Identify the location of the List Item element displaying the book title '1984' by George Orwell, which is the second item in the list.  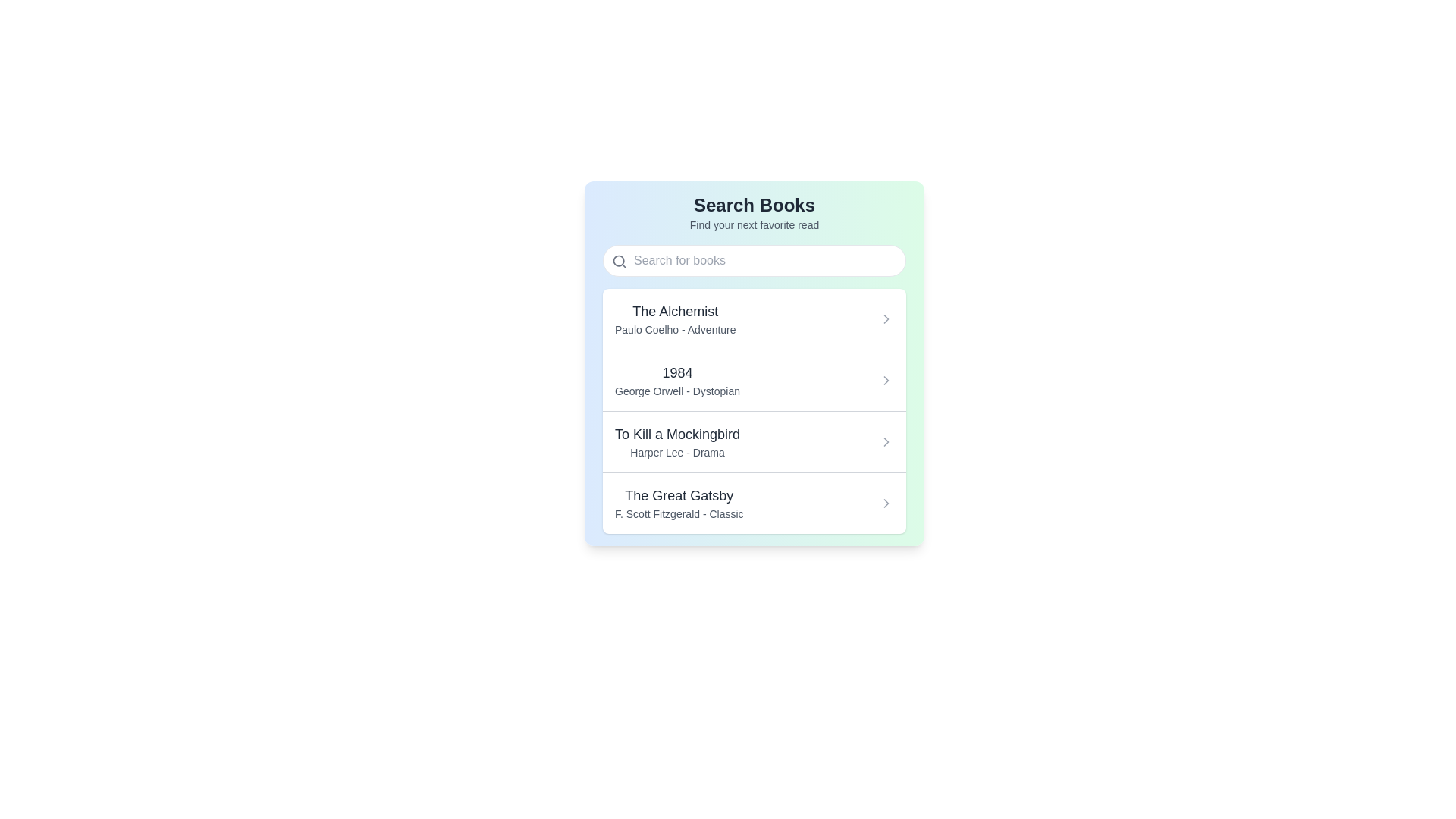
(754, 379).